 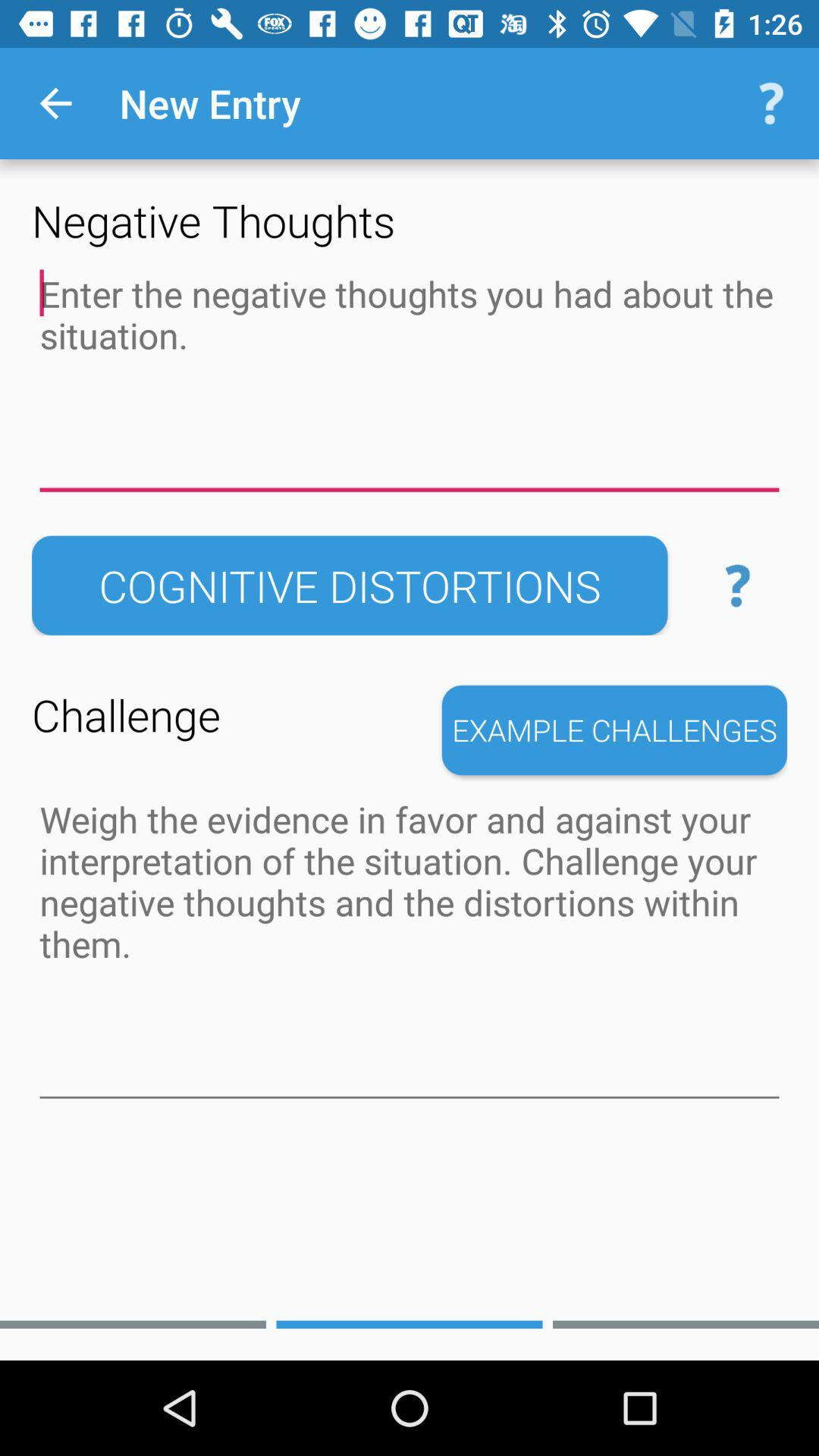 I want to click on the item above the negative thoughts, so click(x=55, y=102).